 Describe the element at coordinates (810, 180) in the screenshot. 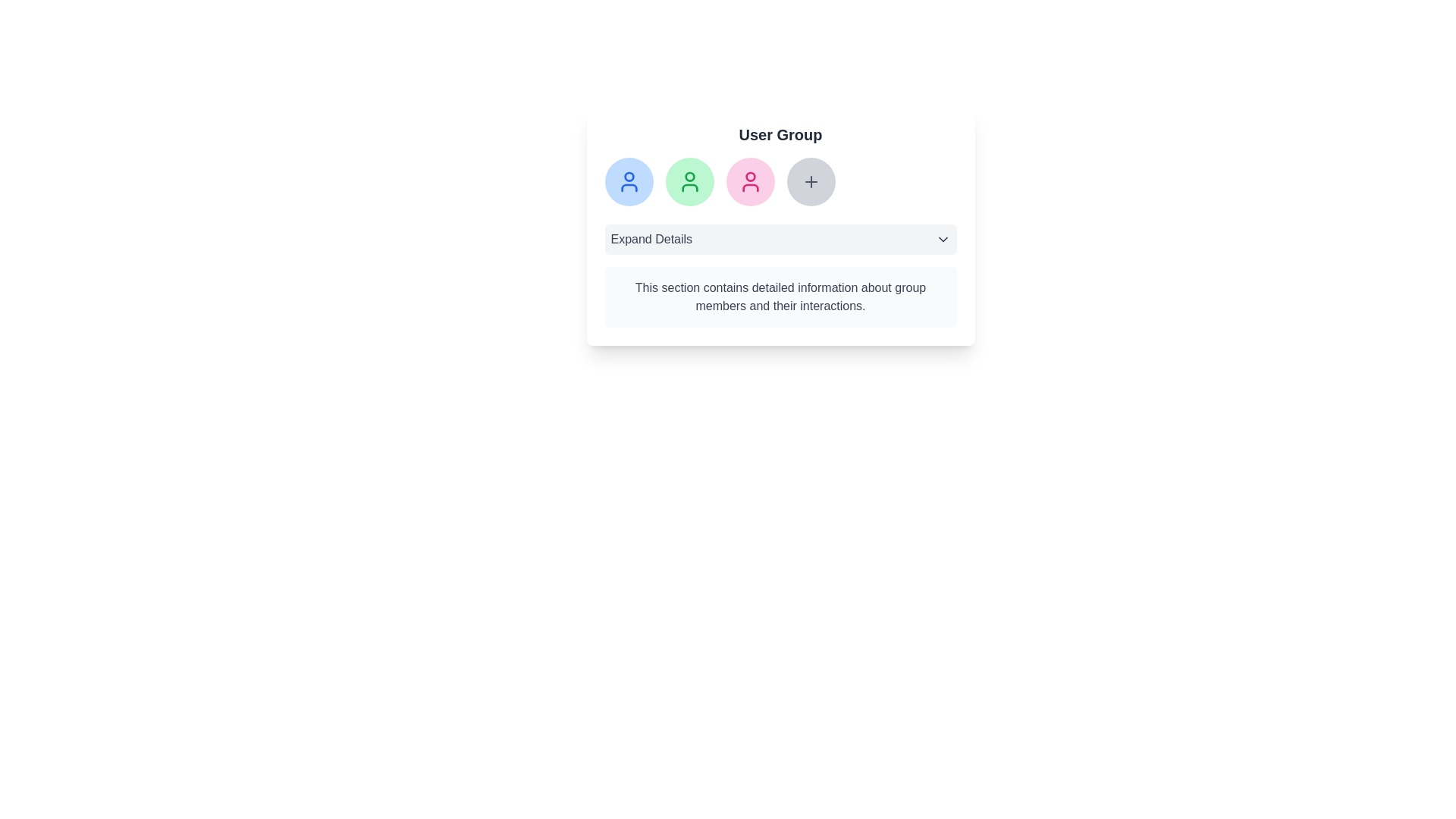

I see `the circular button with a light gray background and a black plus icon` at that location.